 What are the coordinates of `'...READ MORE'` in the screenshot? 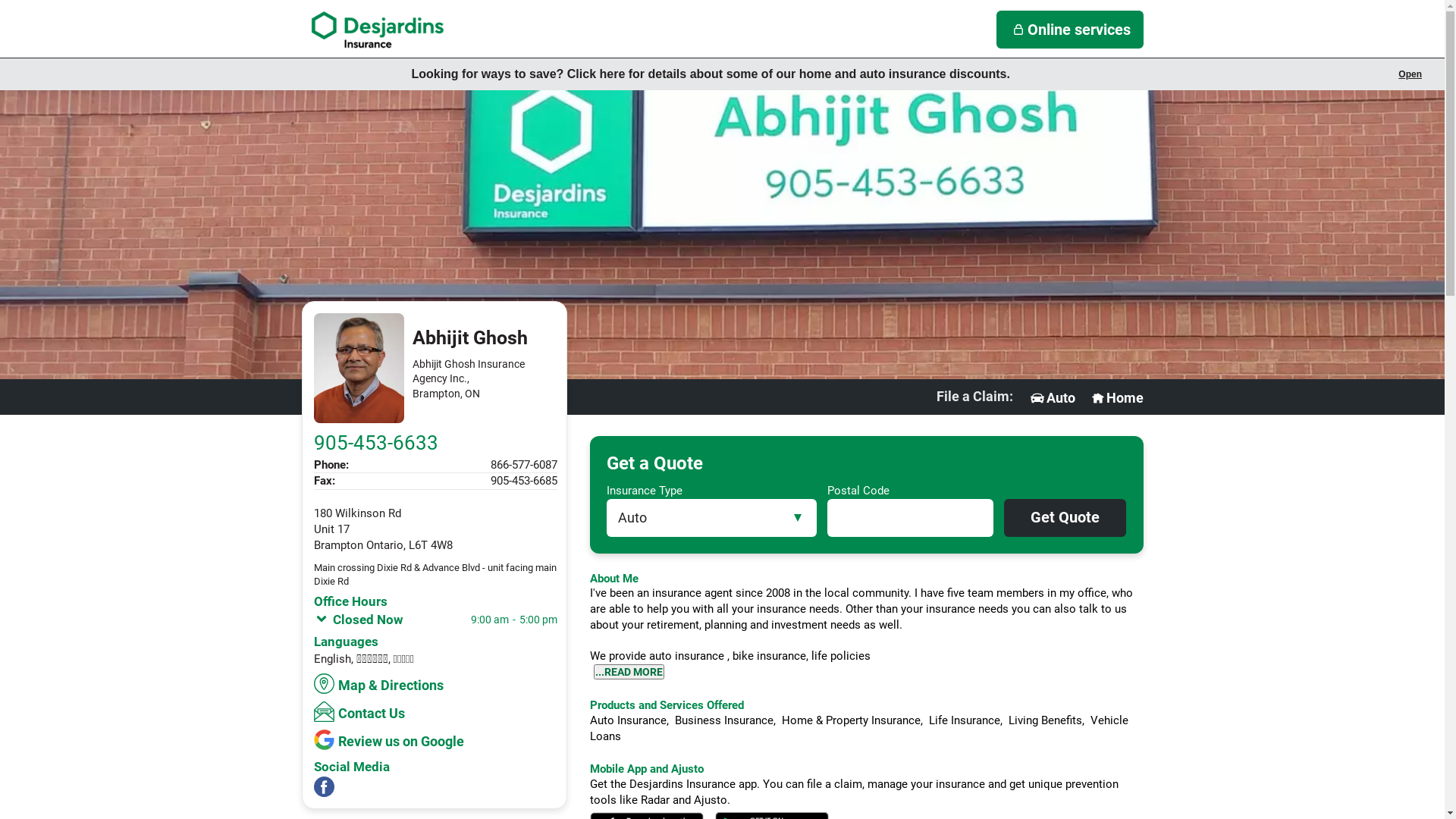 It's located at (628, 671).